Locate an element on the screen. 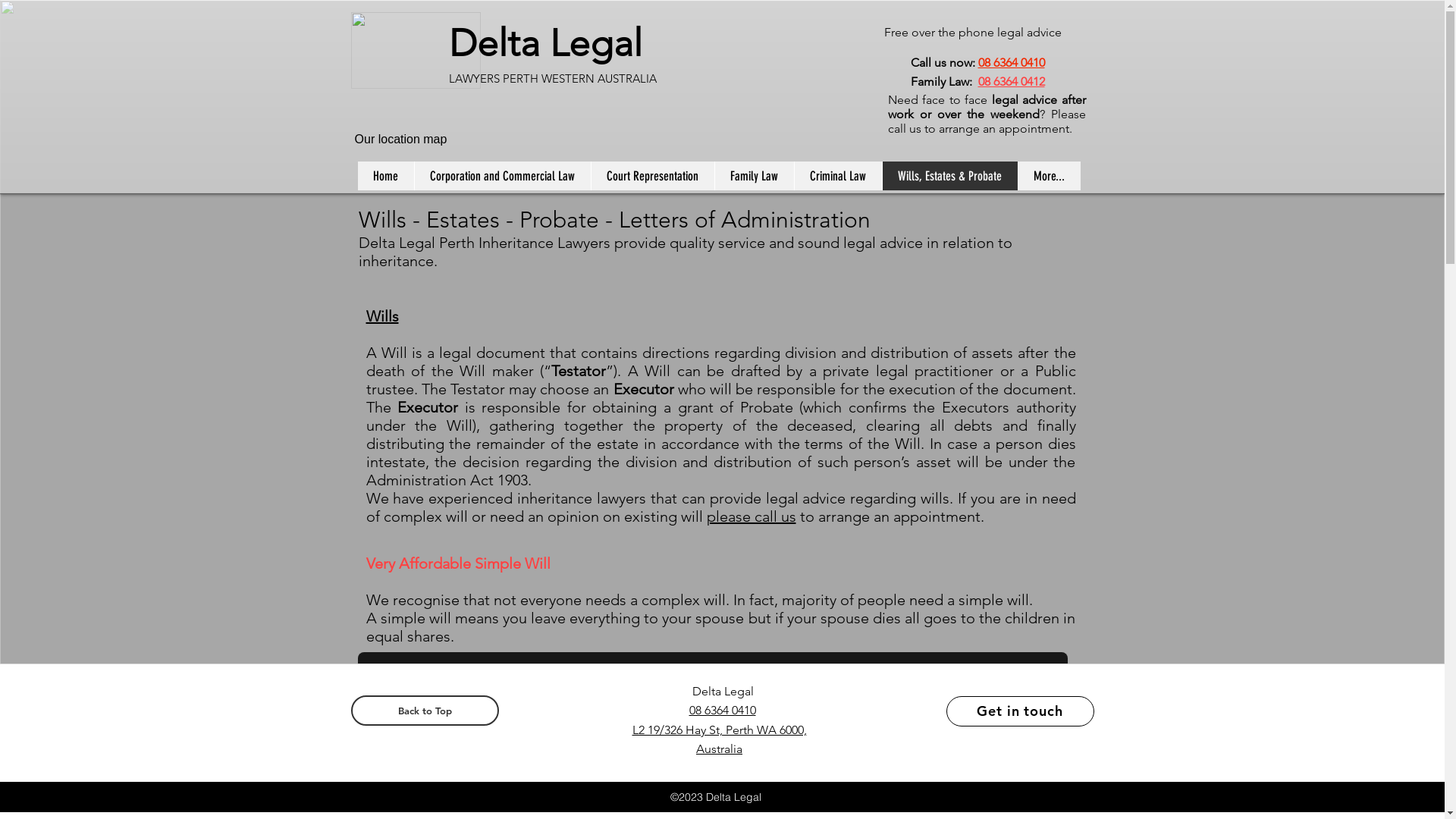 Image resolution: width=1456 pixels, height=819 pixels. '08 6364 0410' is located at coordinates (720, 710).